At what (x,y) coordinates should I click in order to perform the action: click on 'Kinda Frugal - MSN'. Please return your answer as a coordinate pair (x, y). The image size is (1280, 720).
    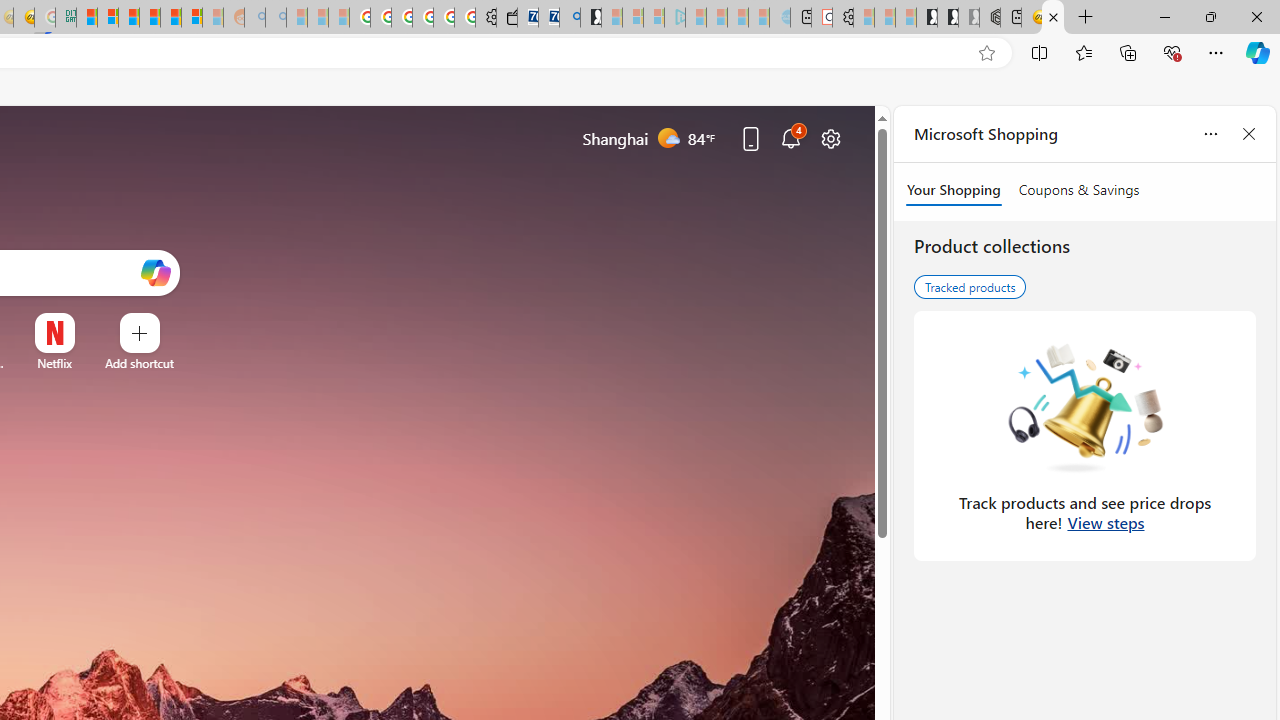
    Looking at the image, I should click on (170, 17).